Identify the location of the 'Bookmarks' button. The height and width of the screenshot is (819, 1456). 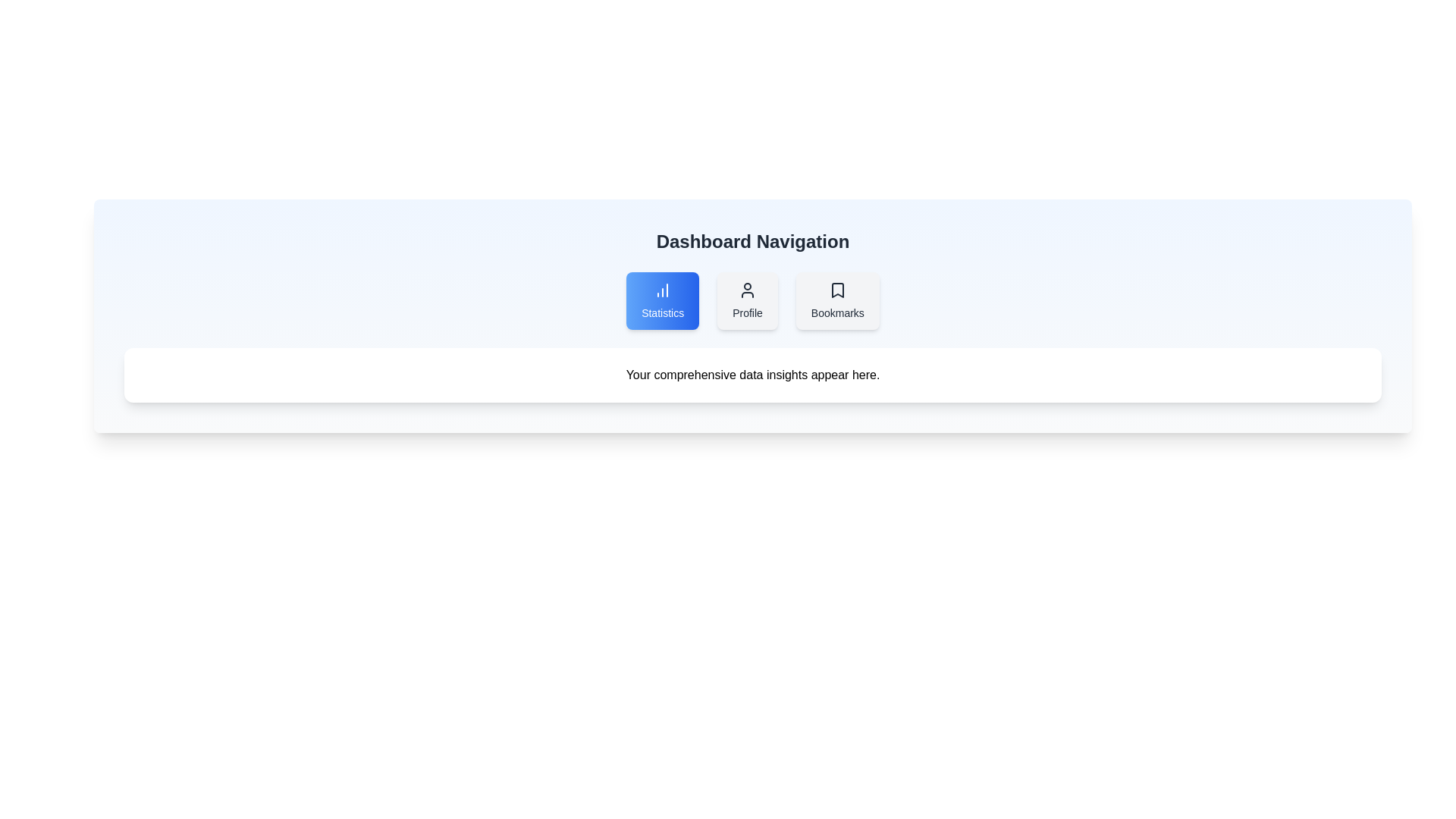
(836, 290).